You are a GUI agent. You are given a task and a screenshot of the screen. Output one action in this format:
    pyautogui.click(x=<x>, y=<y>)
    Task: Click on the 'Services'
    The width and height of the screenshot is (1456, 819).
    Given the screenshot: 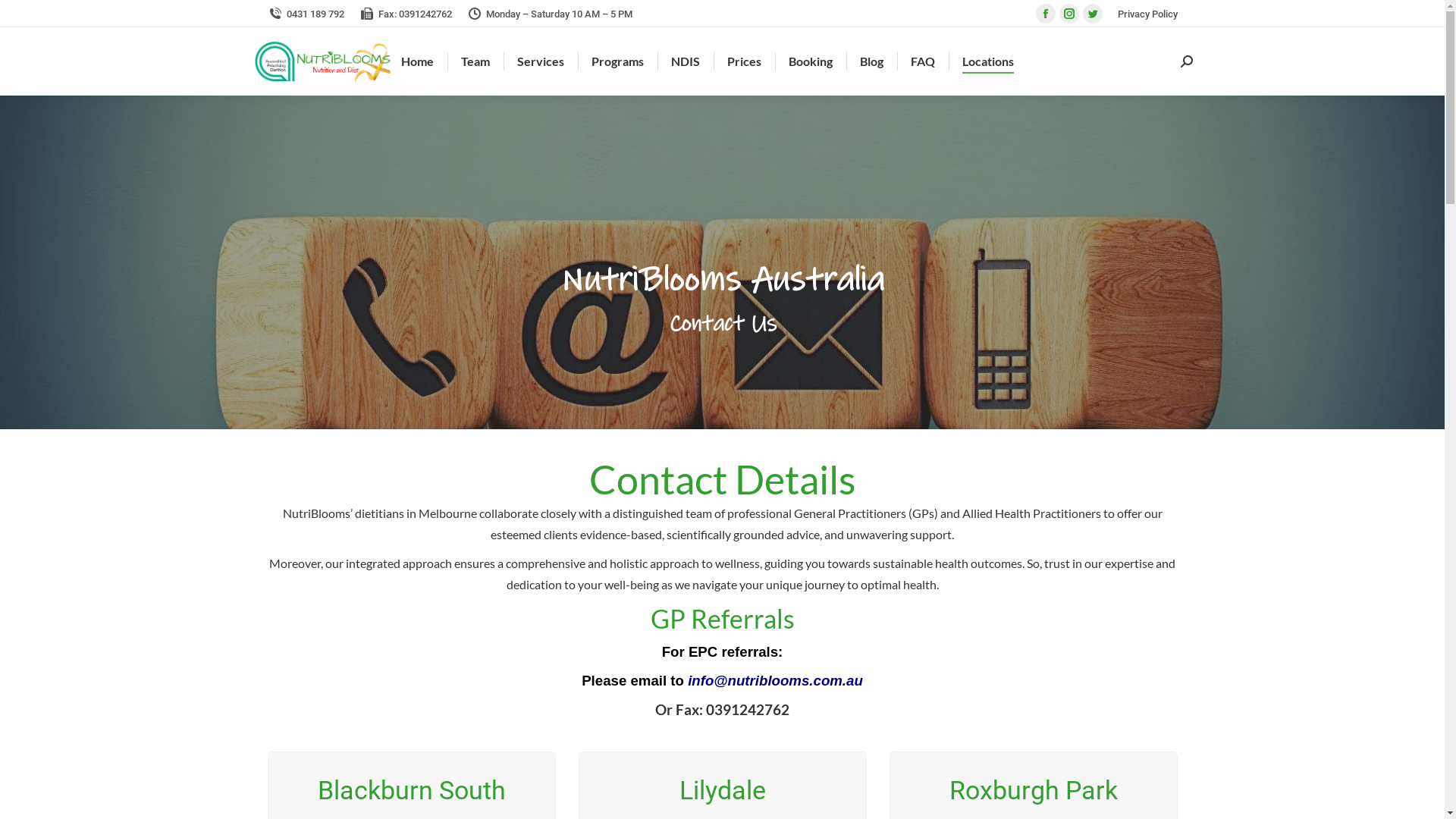 What is the action you would take?
    pyautogui.click(x=541, y=61)
    